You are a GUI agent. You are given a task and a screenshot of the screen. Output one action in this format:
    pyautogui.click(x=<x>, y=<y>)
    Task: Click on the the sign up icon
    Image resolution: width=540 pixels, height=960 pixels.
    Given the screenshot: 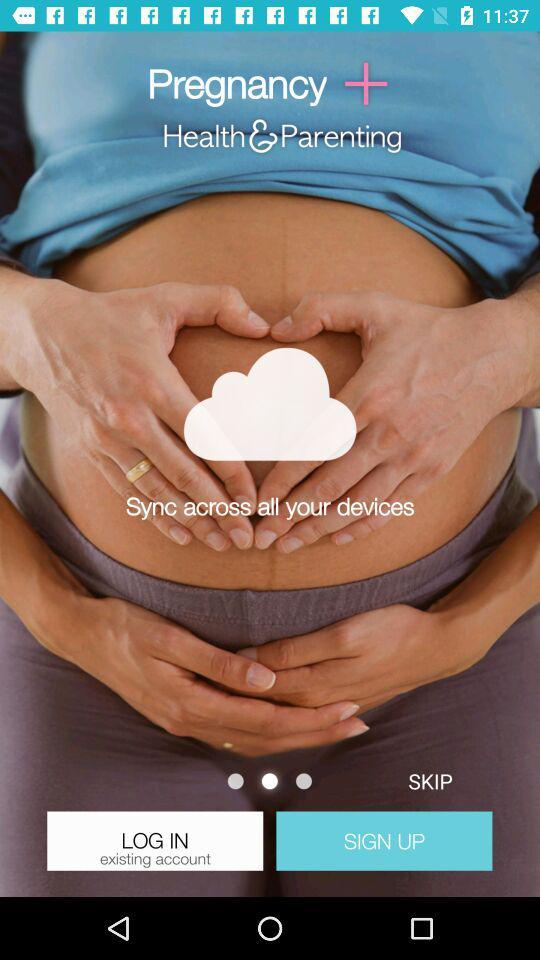 What is the action you would take?
    pyautogui.click(x=384, y=840)
    